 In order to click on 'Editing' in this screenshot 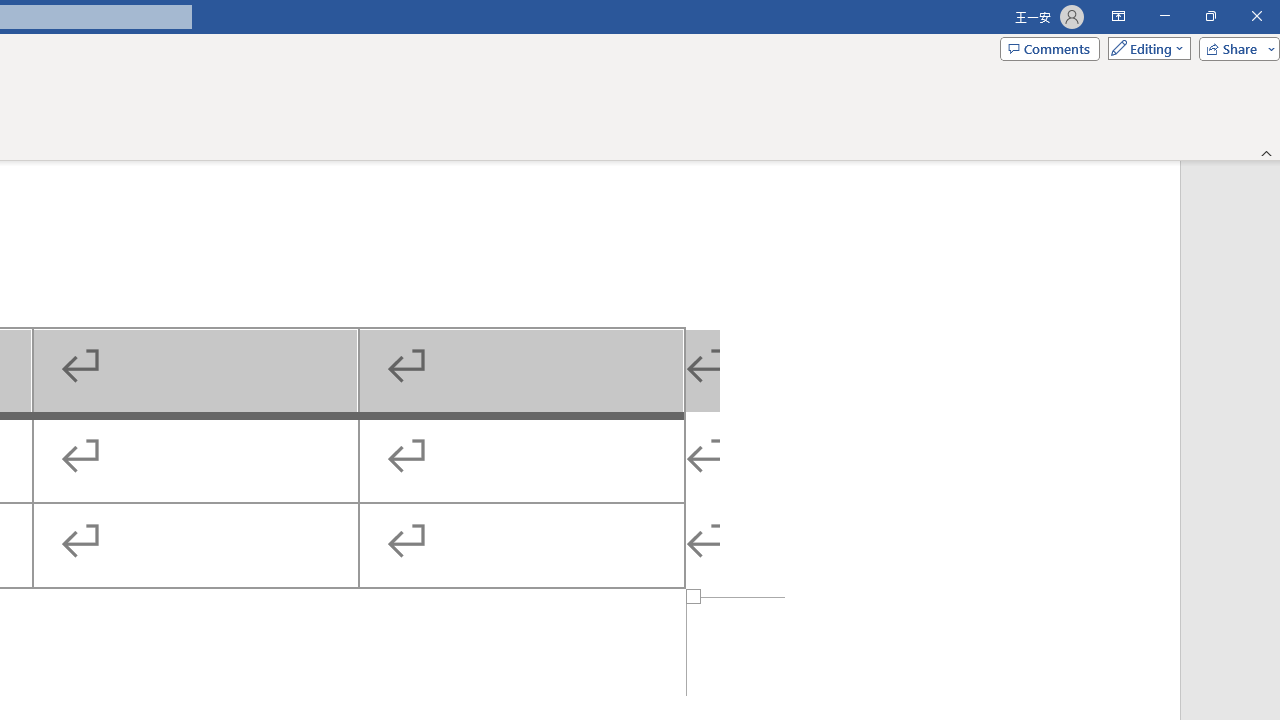, I will do `click(1144, 47)`.